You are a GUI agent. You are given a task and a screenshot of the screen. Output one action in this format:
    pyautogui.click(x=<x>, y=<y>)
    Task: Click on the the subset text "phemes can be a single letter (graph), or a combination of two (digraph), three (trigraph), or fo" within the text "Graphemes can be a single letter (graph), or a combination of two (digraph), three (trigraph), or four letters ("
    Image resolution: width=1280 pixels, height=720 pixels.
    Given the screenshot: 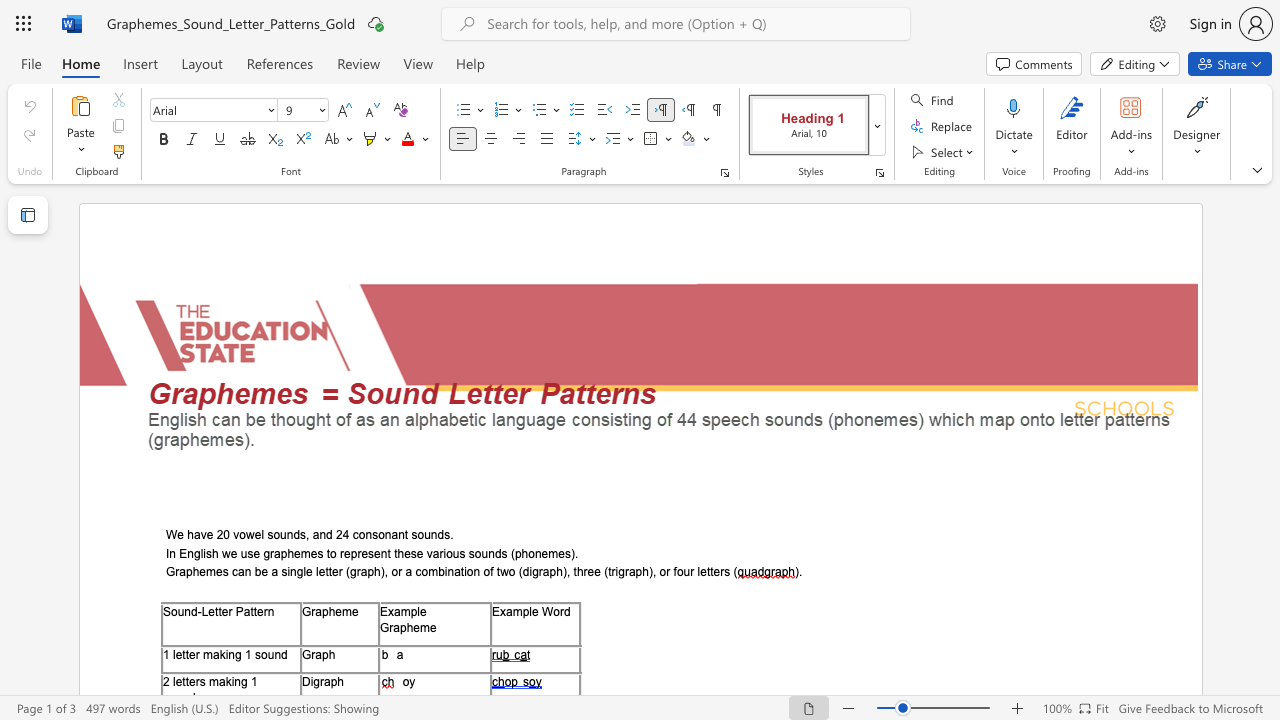 What is the action you would take?
    pyautogui.click(x=185, y=572)
    